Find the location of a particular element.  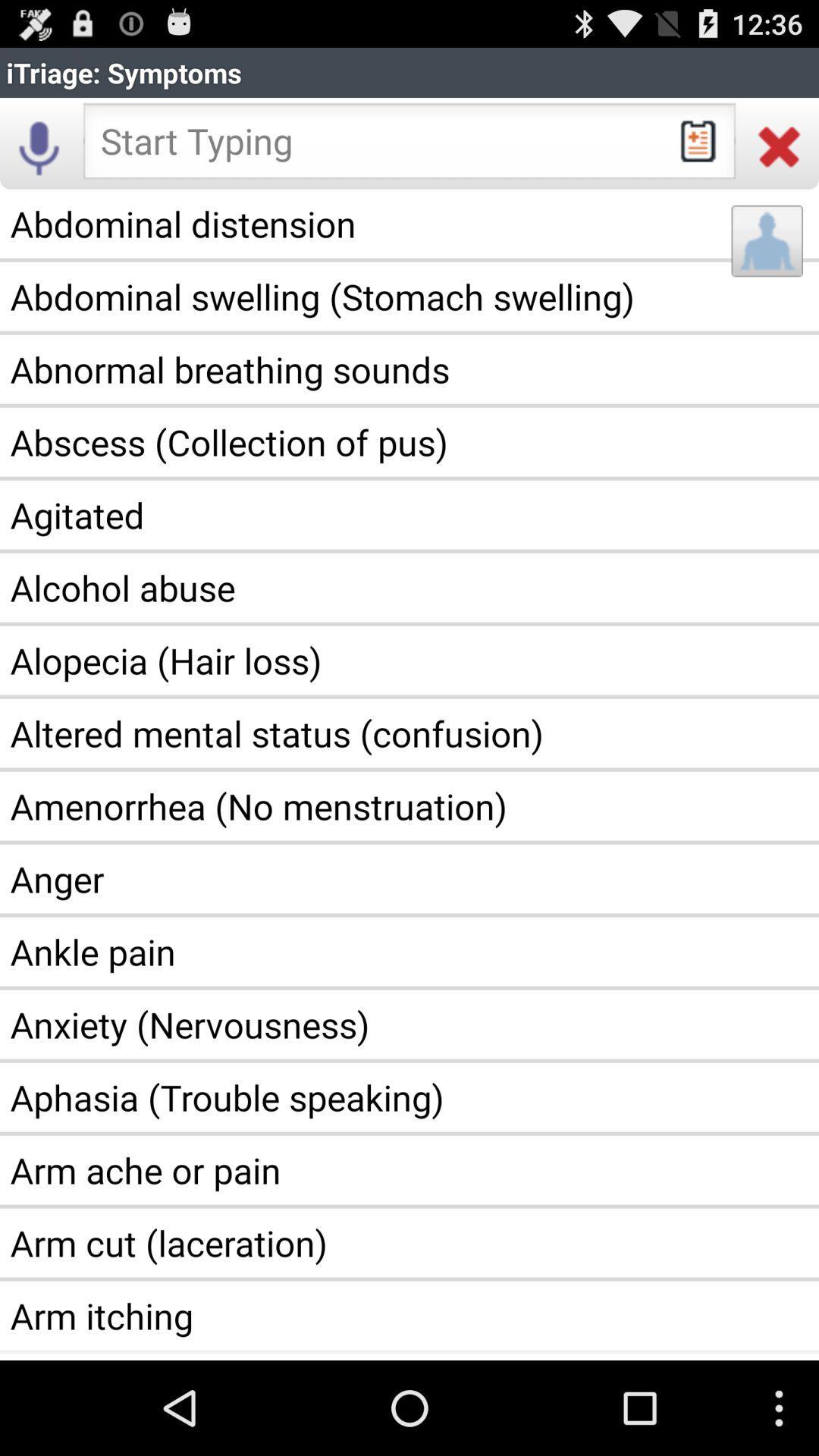

search bar is located at coordinates (409, 146).